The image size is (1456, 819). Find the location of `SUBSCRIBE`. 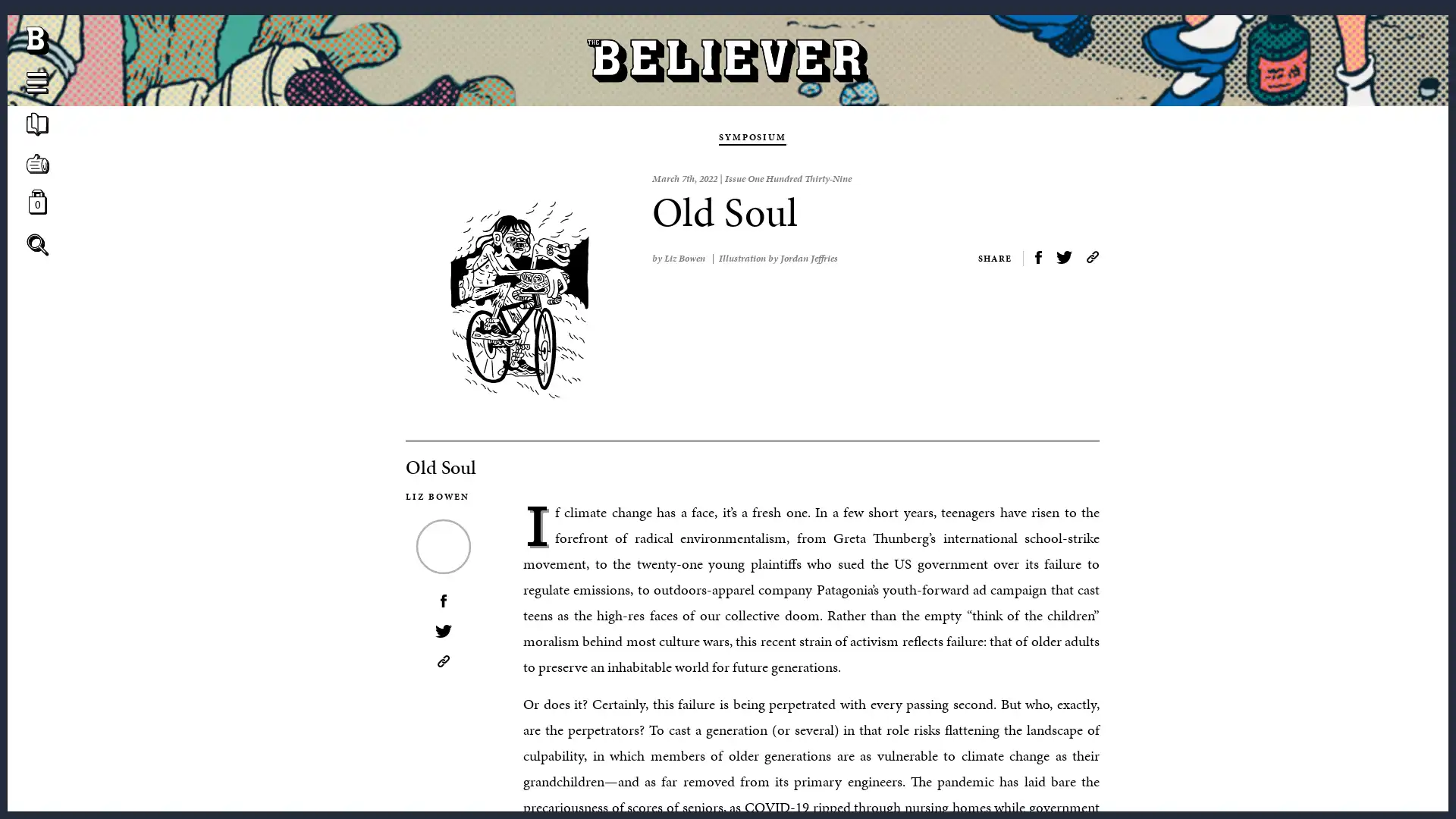

SUBSCRIBE is located at coordinates (726, 385).